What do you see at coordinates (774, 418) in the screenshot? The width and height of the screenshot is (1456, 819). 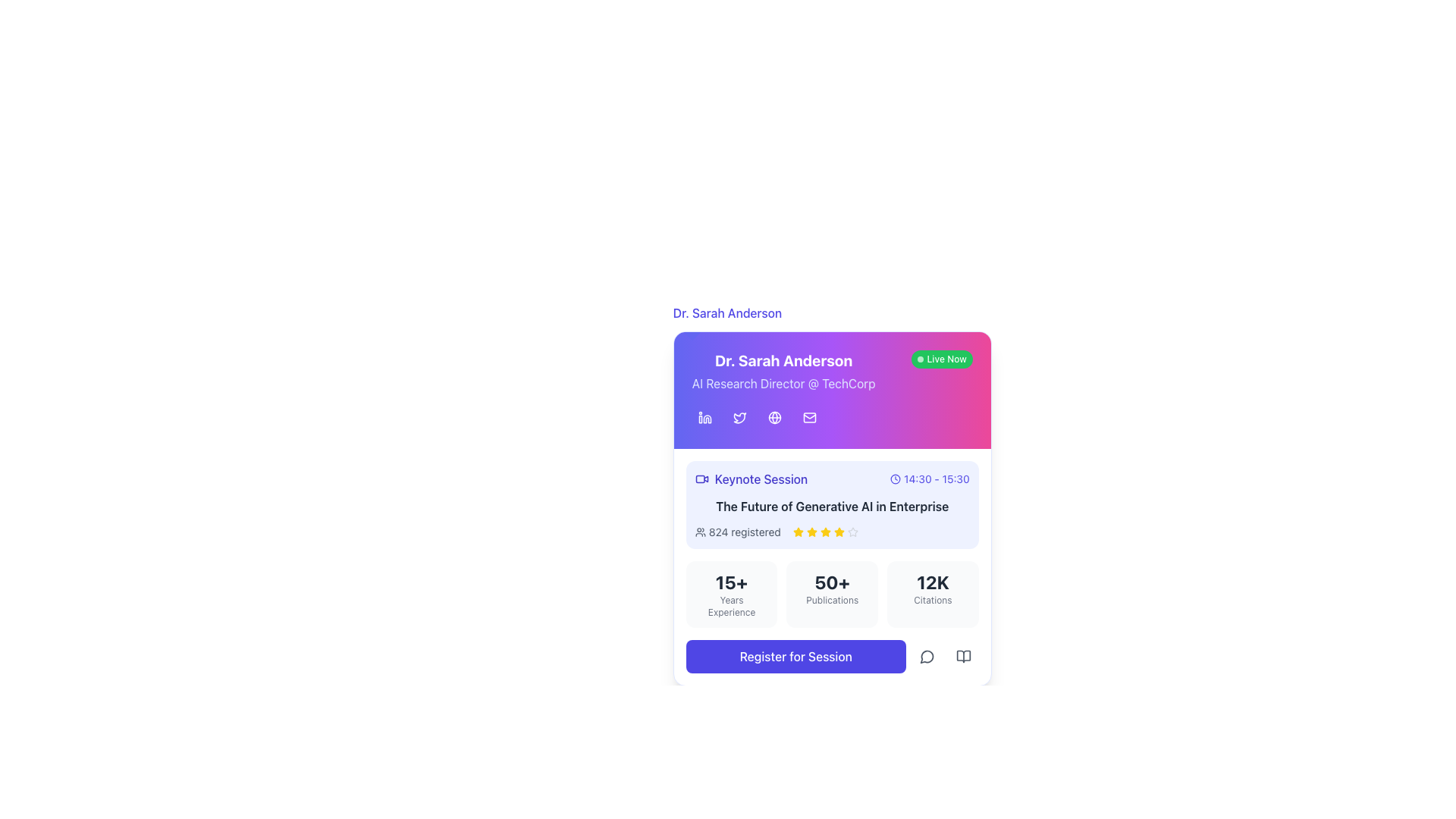 I see `the international icon in the top-left corner of the card` at bounding box center [774, 418].